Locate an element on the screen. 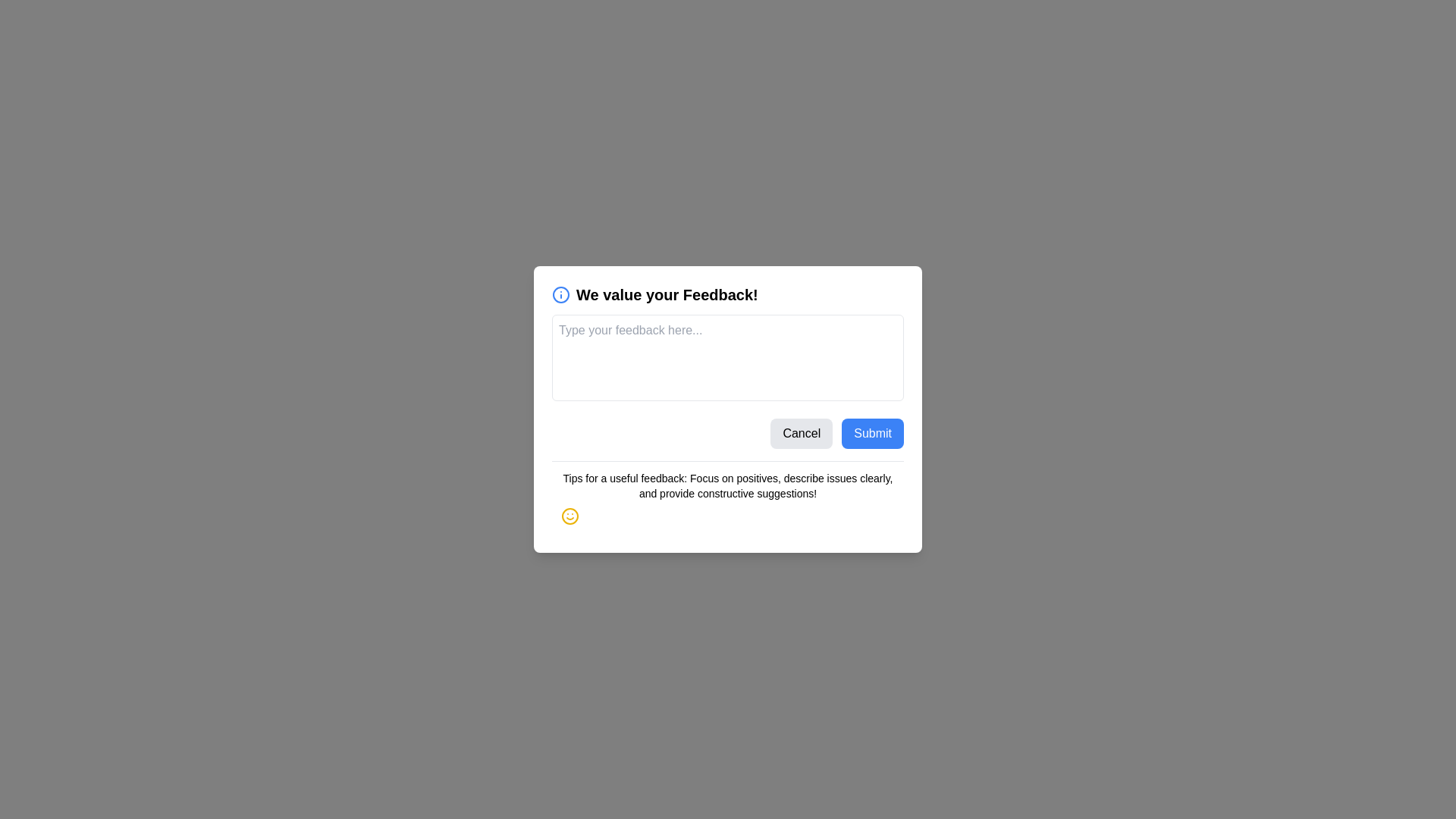  the feedback form to select it is located at coordinates (728, 409).